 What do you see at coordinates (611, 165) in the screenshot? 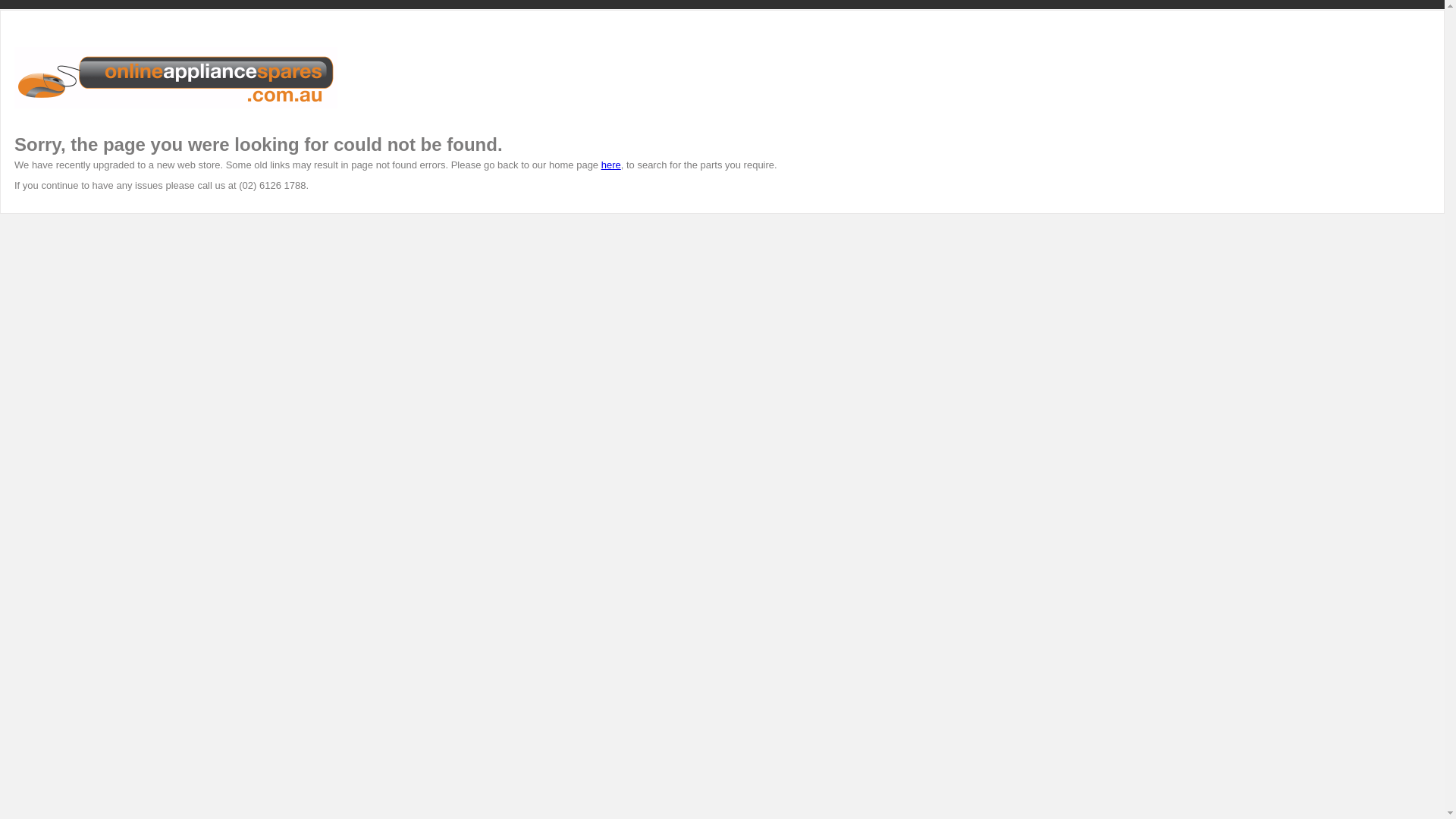
I see `'here'` at bounding box center [611, 165].